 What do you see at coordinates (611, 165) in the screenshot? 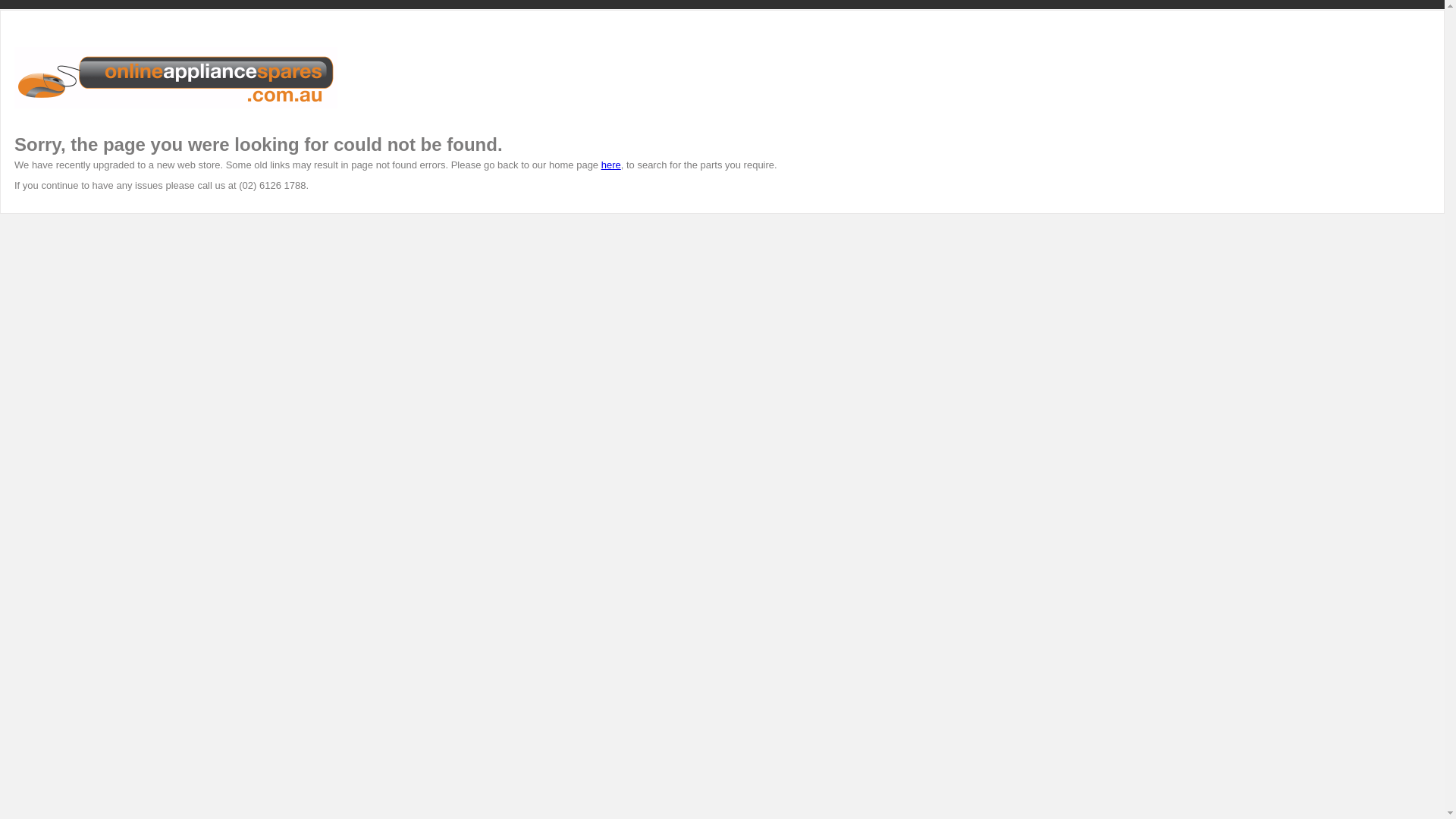
I see `'here'` at bounding box center [611, 165].